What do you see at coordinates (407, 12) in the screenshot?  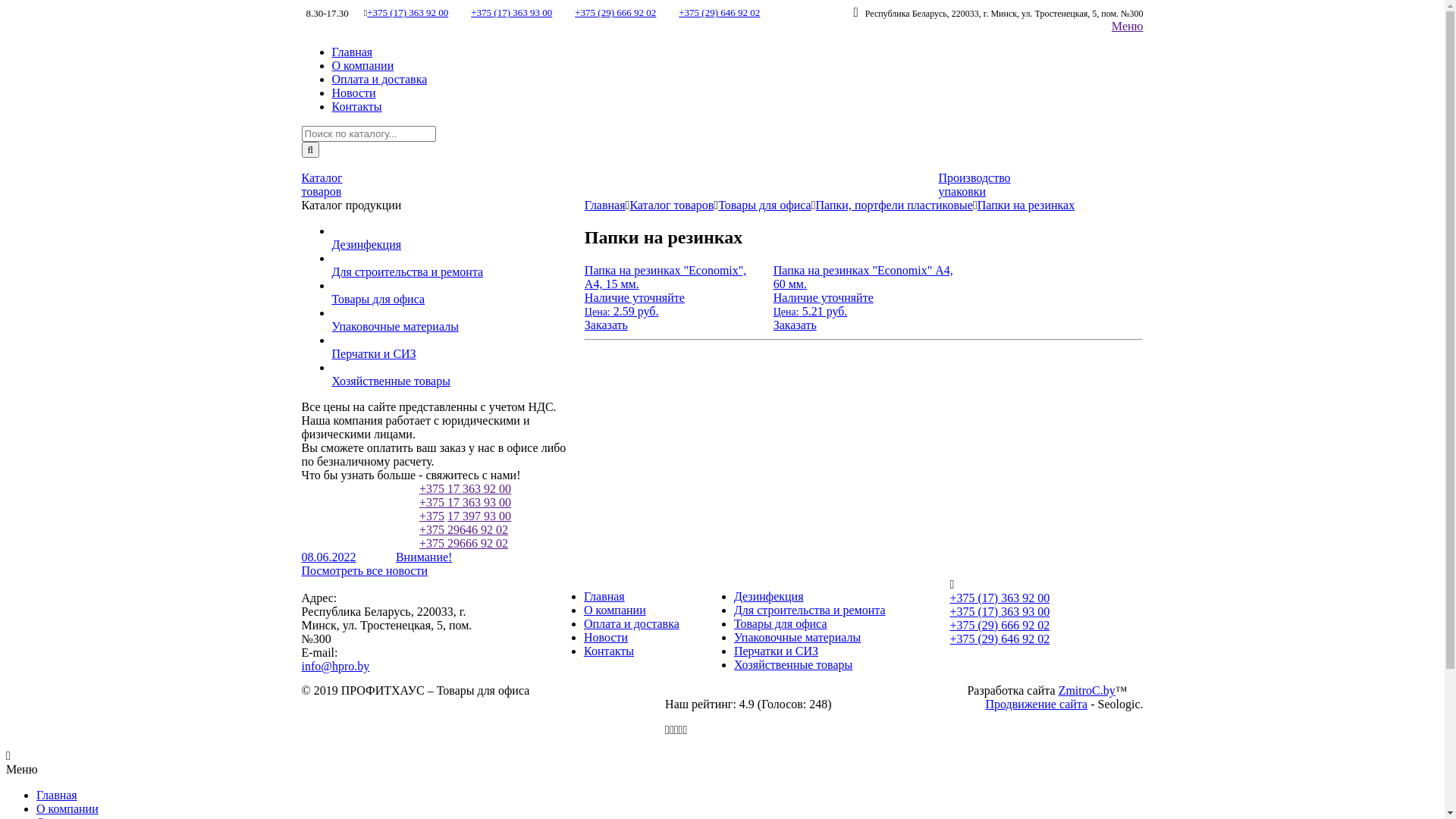 I see `'+375 (17) 363 92 00'` at bounding box center [407, 12].